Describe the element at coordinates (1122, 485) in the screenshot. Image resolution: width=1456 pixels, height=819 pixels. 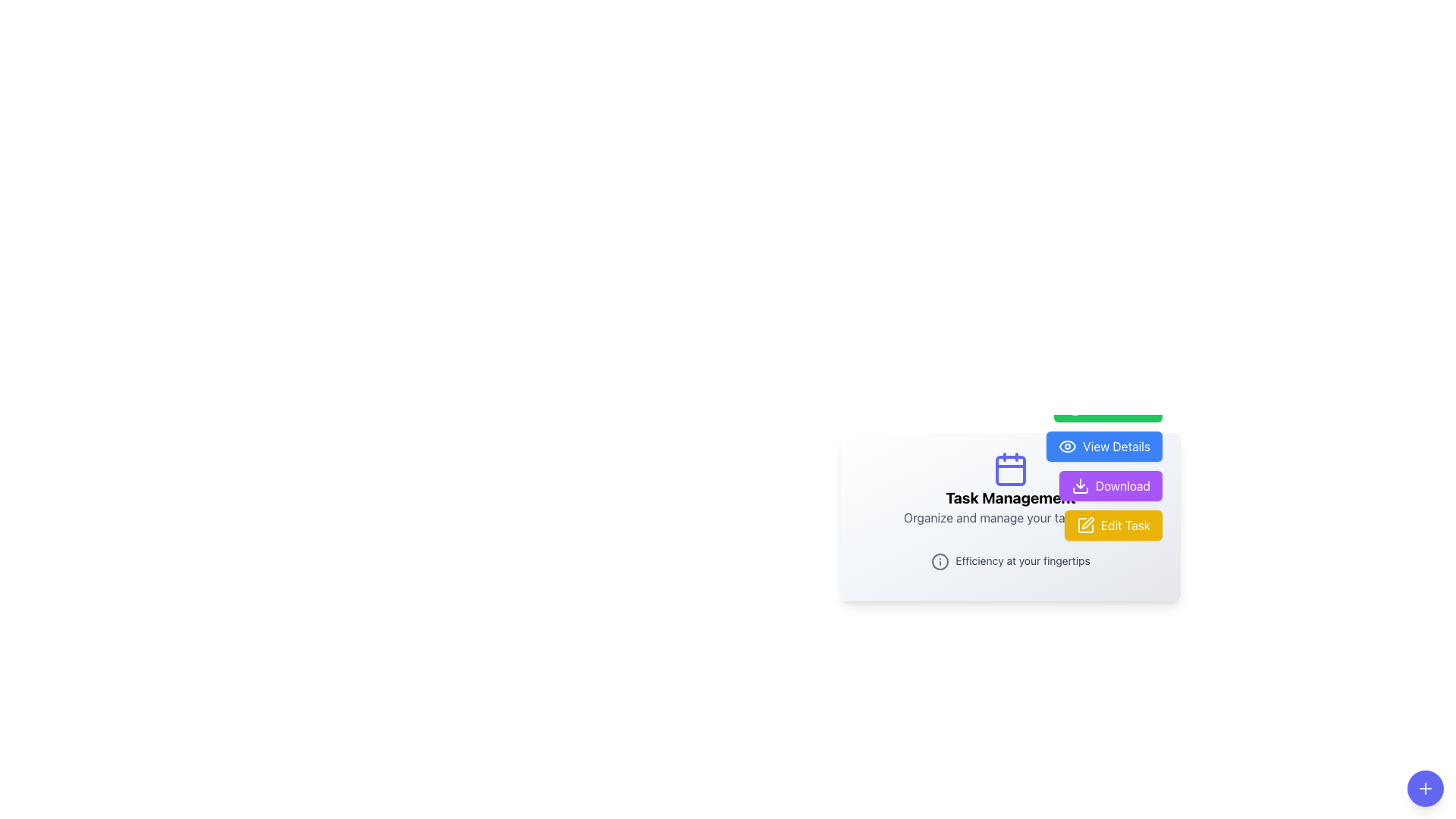
I see `the Text Component that labels the 'Download' button, which is styled as a purple button located in the lower-left corner of the interface` at that location.